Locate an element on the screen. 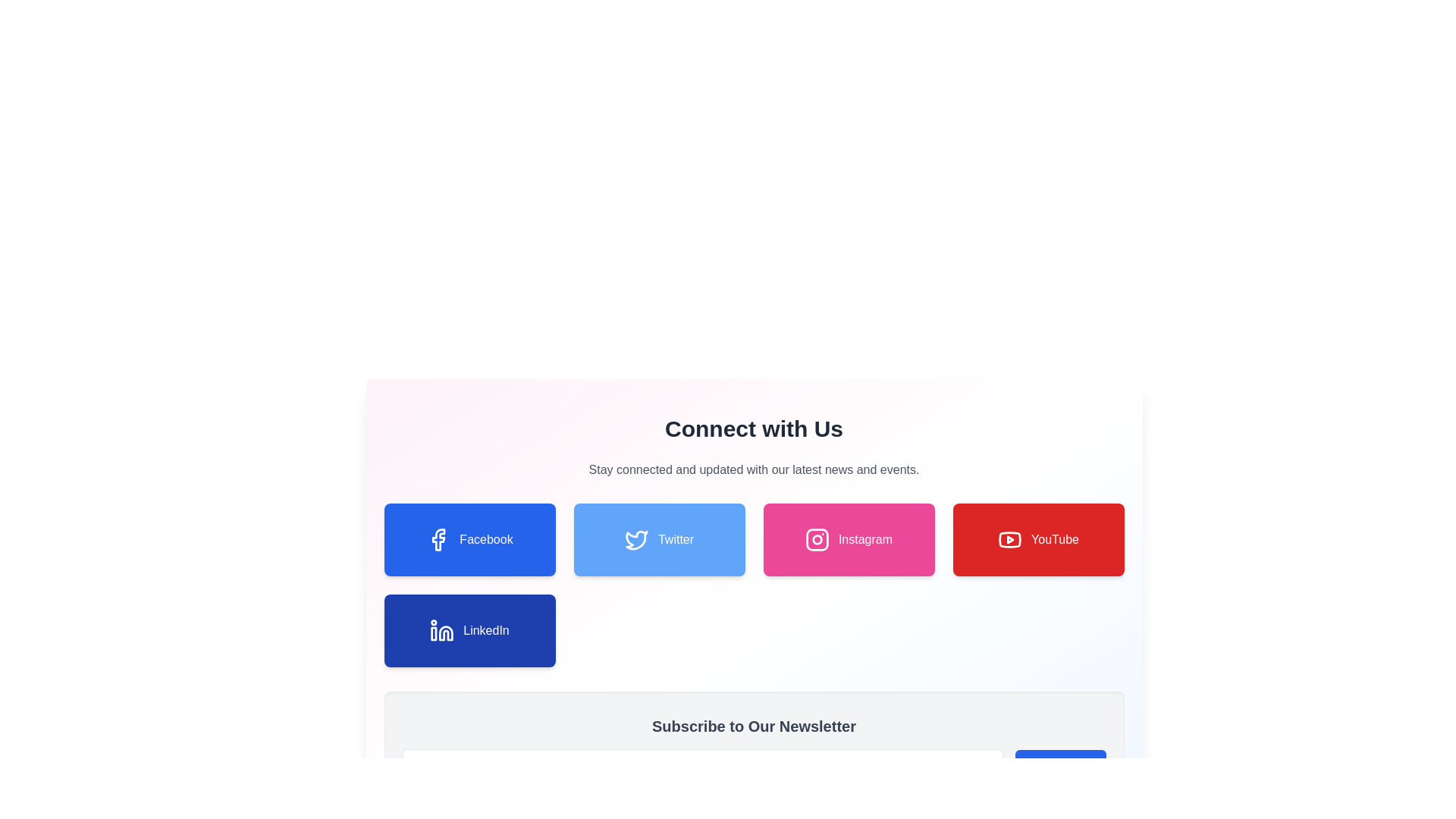  the Facebook button, which is the first button in a grid layout of social media buttons is located at coordinates (469, 539).